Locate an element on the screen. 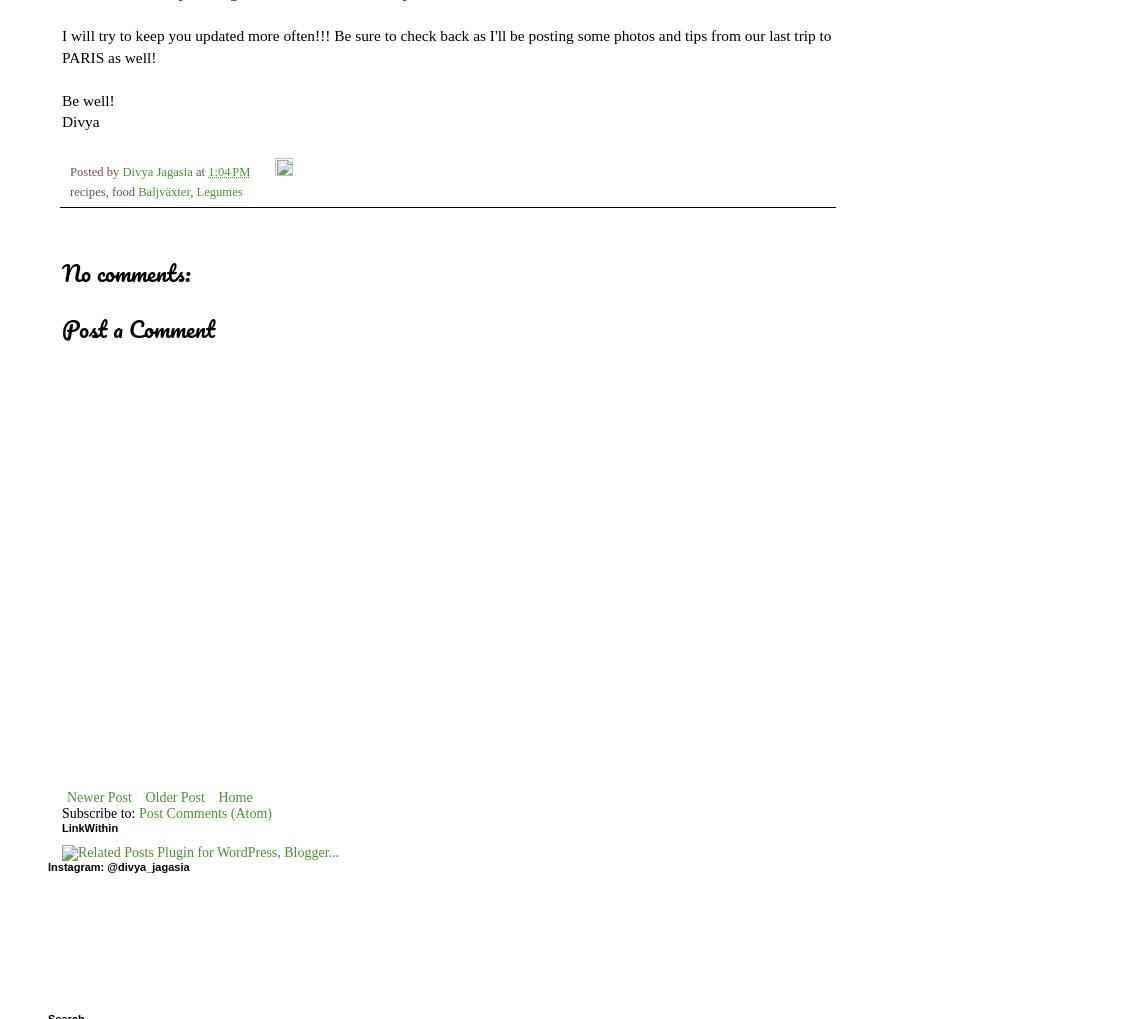  'recipes, food' is located at coordinates (104, 190).